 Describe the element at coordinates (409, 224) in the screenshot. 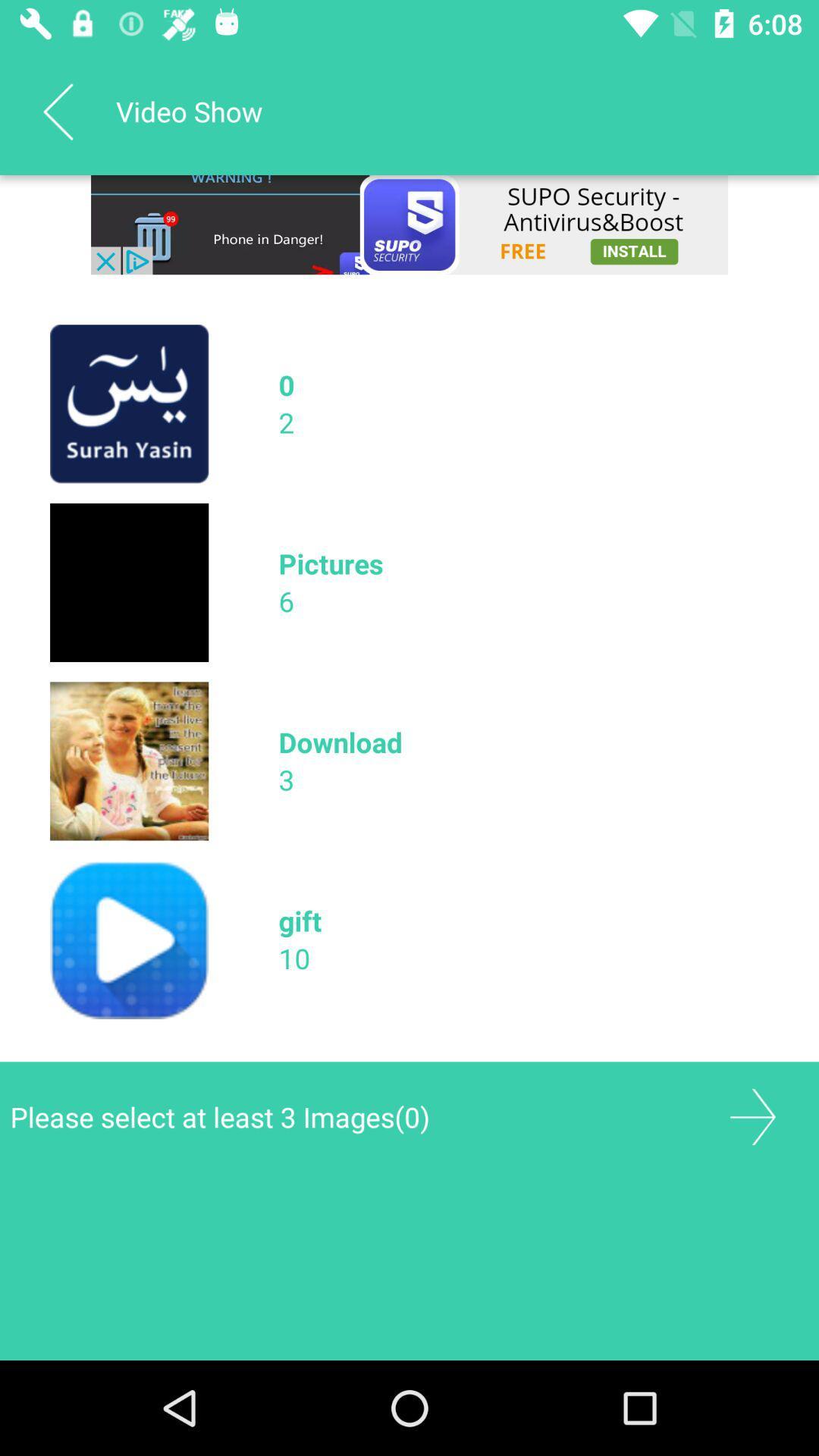

I see `install app` at that location.